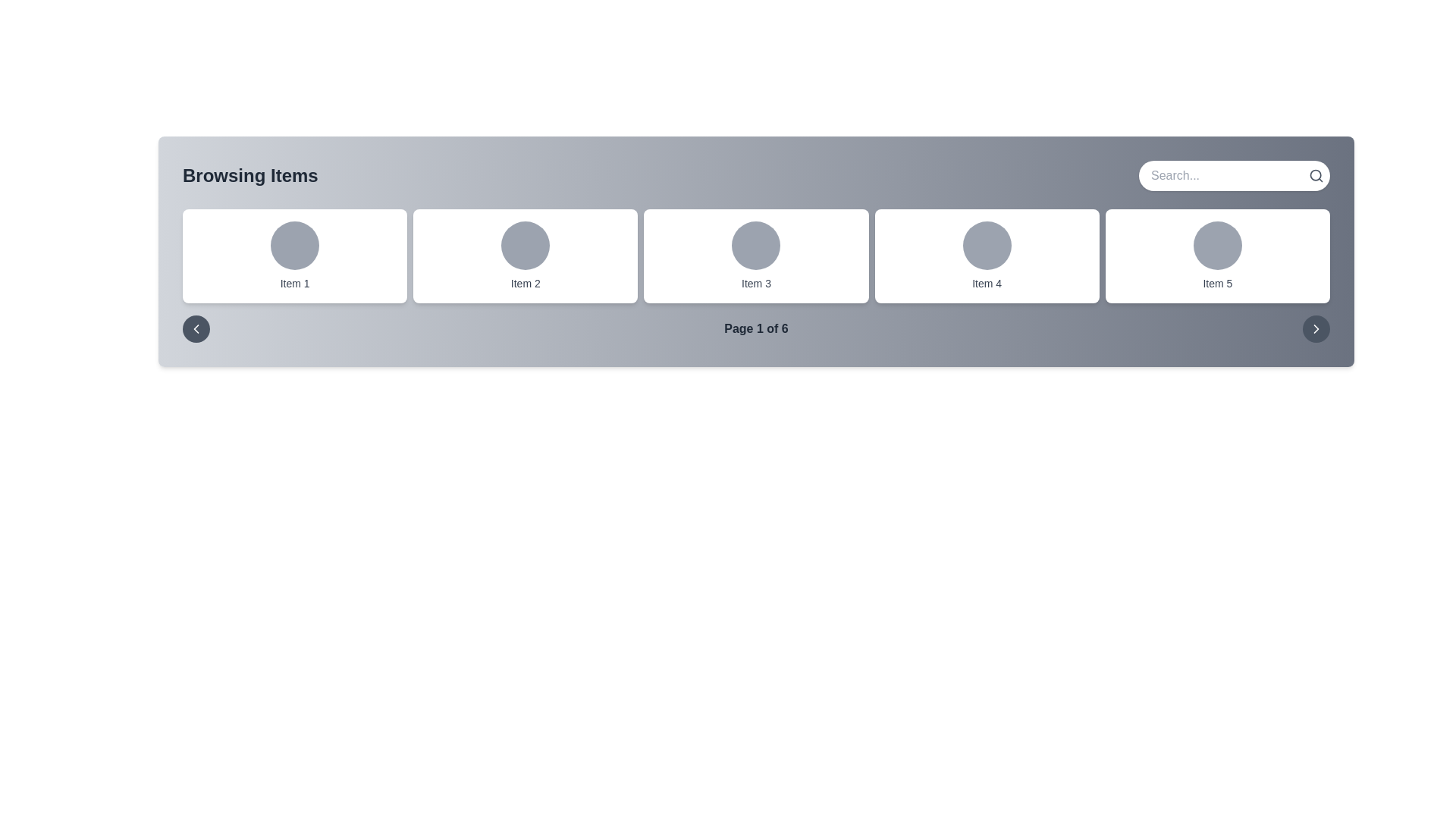 This screenshot has width=1456, height=819. What do you see at coordinates (196, 328) in the screenshot?
I see `the leftward-pointing chevron icon button with a dark gray background` at bounding box center [196, 328].